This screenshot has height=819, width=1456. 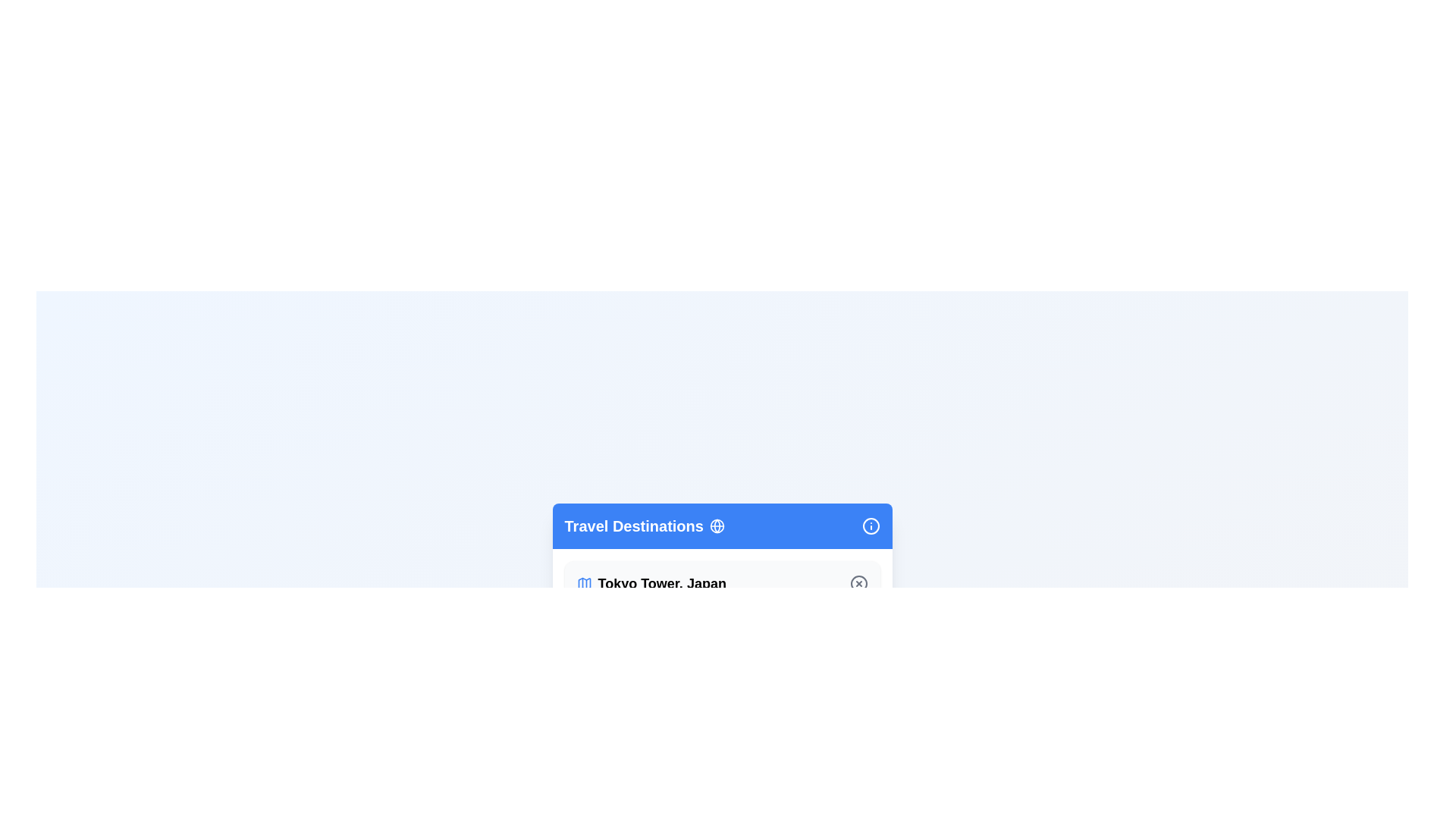 I want to click on text content of the 'Tokyo Tower, Japan' label, which is styled with a bold, large font and positioned next to a blue map icon within the 'Travel Destinations' section, so click(x=651, y=583).